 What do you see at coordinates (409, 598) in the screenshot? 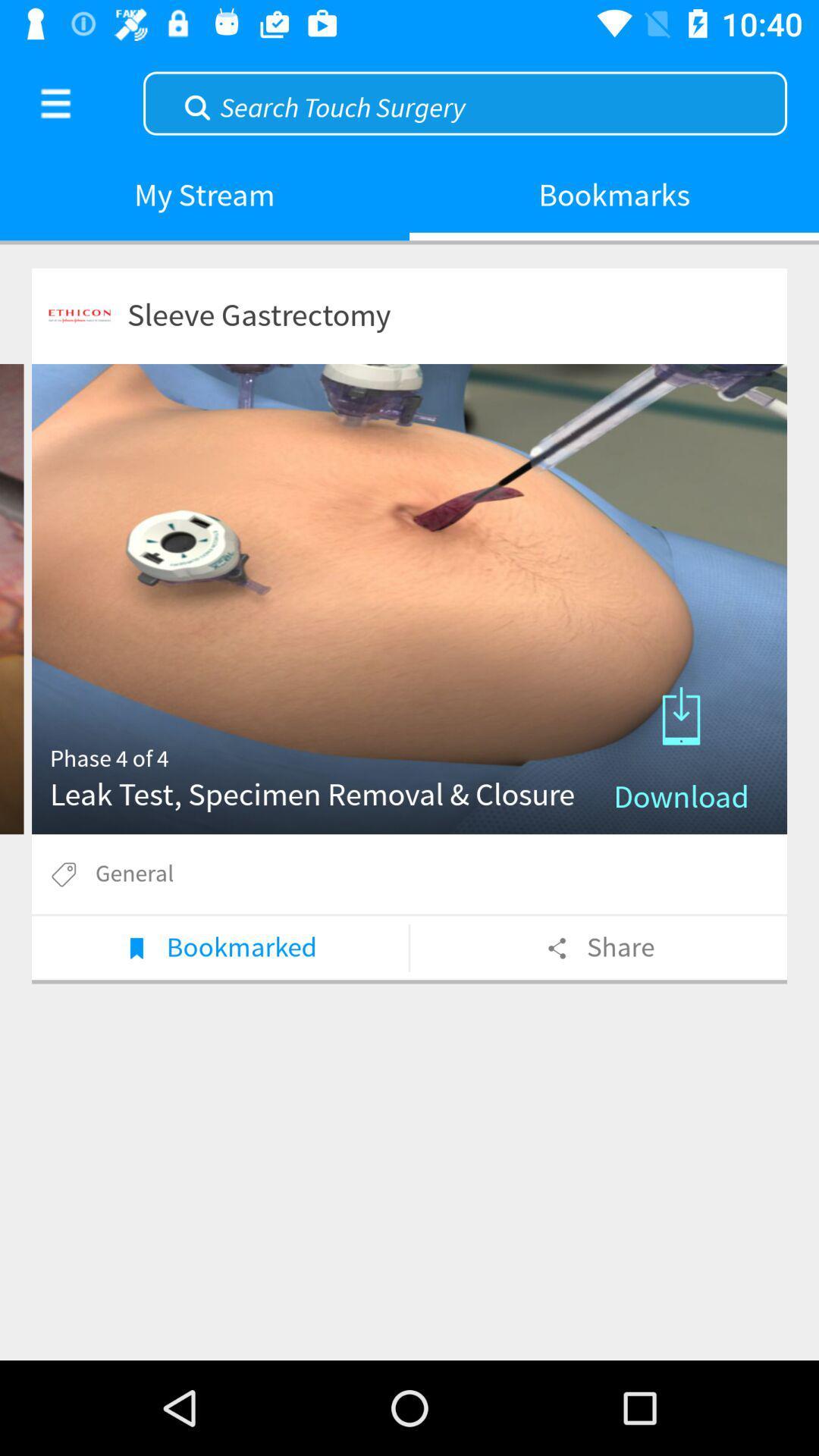
I see `download` at bounding box center [409, 598].